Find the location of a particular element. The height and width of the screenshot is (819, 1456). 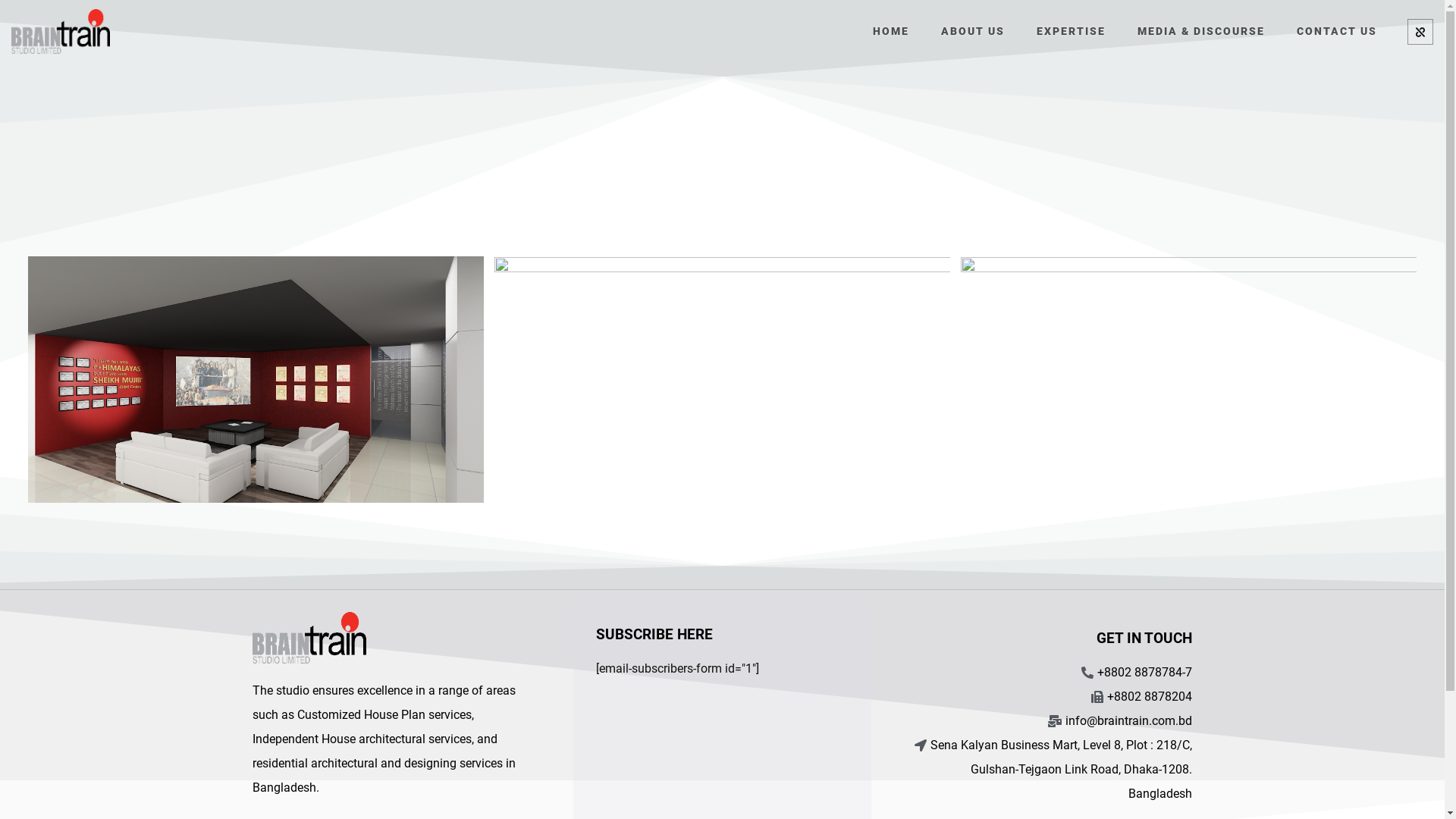

'EXPERTISE' is located at coordinates (1070, 30).